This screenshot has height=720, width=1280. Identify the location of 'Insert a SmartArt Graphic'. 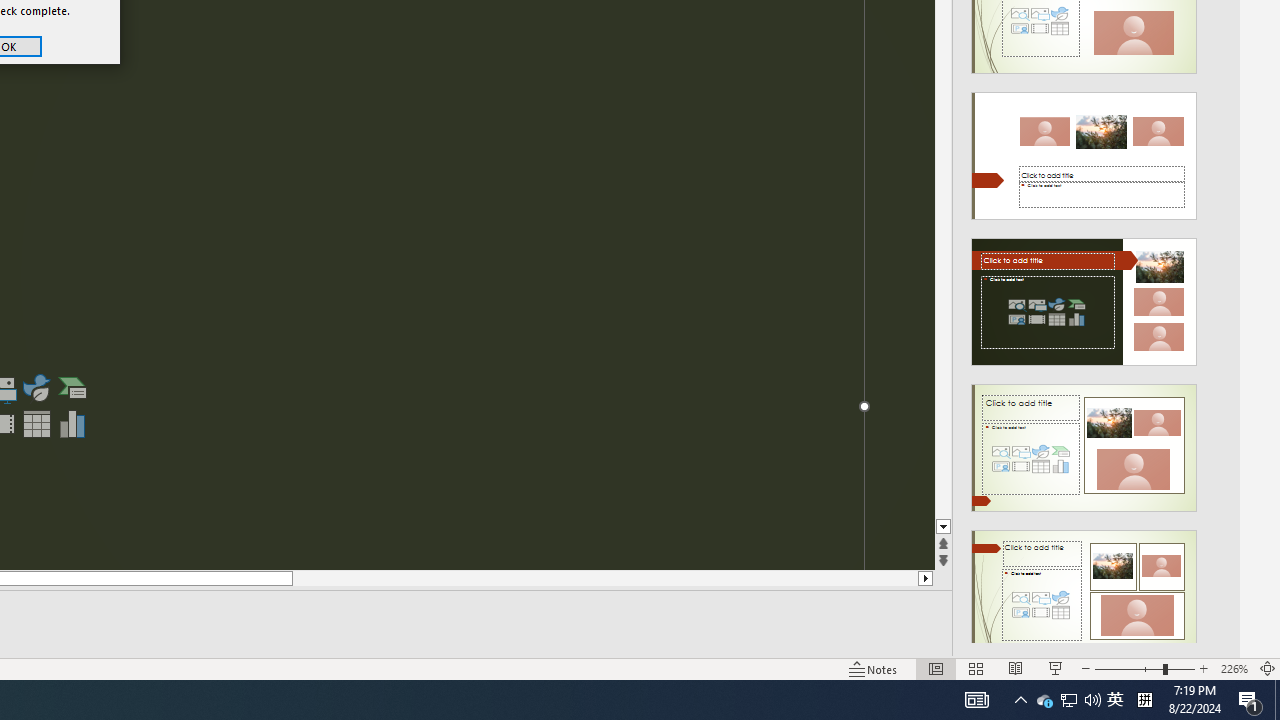
(73, 388).